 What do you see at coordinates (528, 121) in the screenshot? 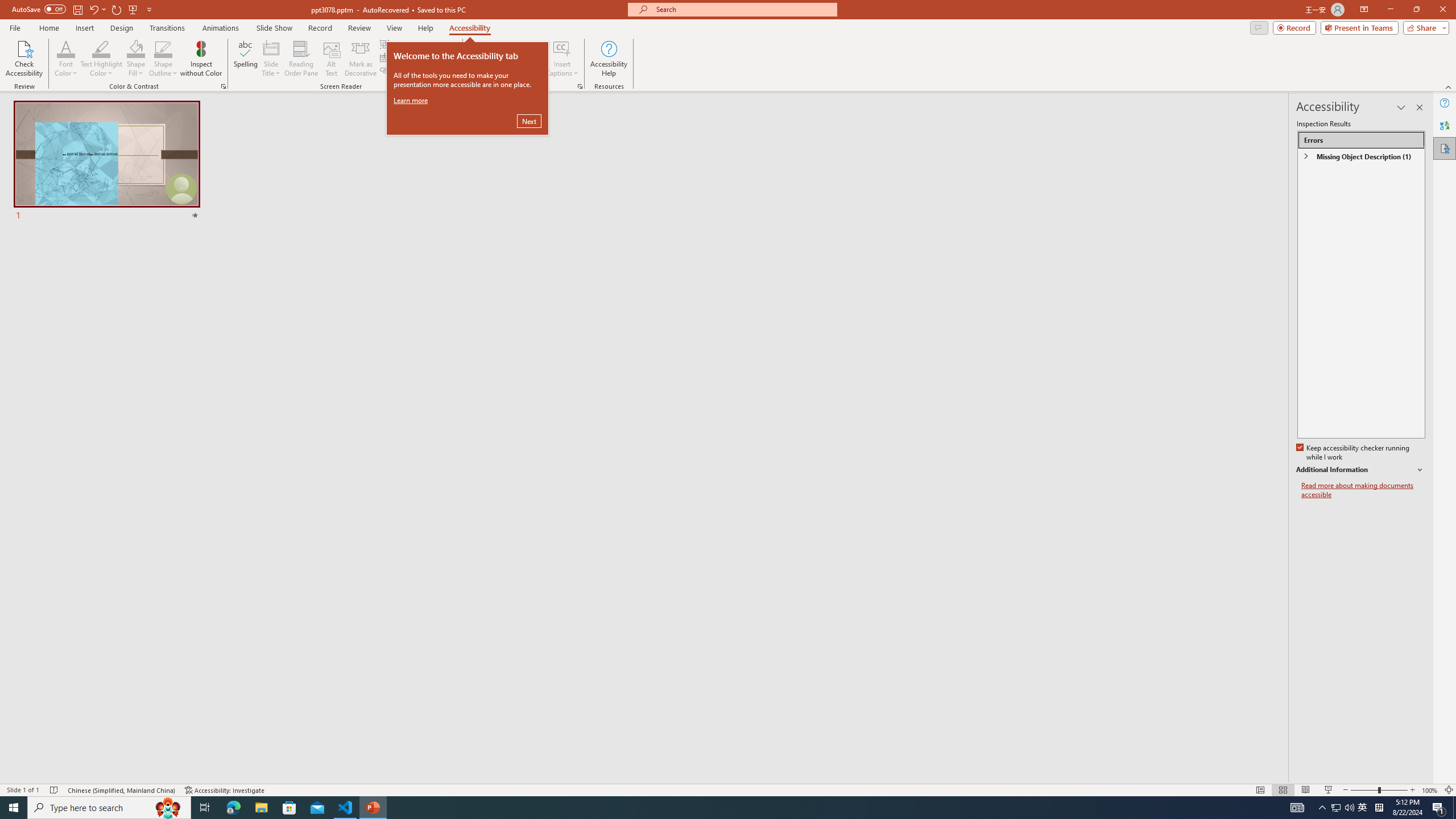
I see `'Next'` at bounding box center [528, 121].